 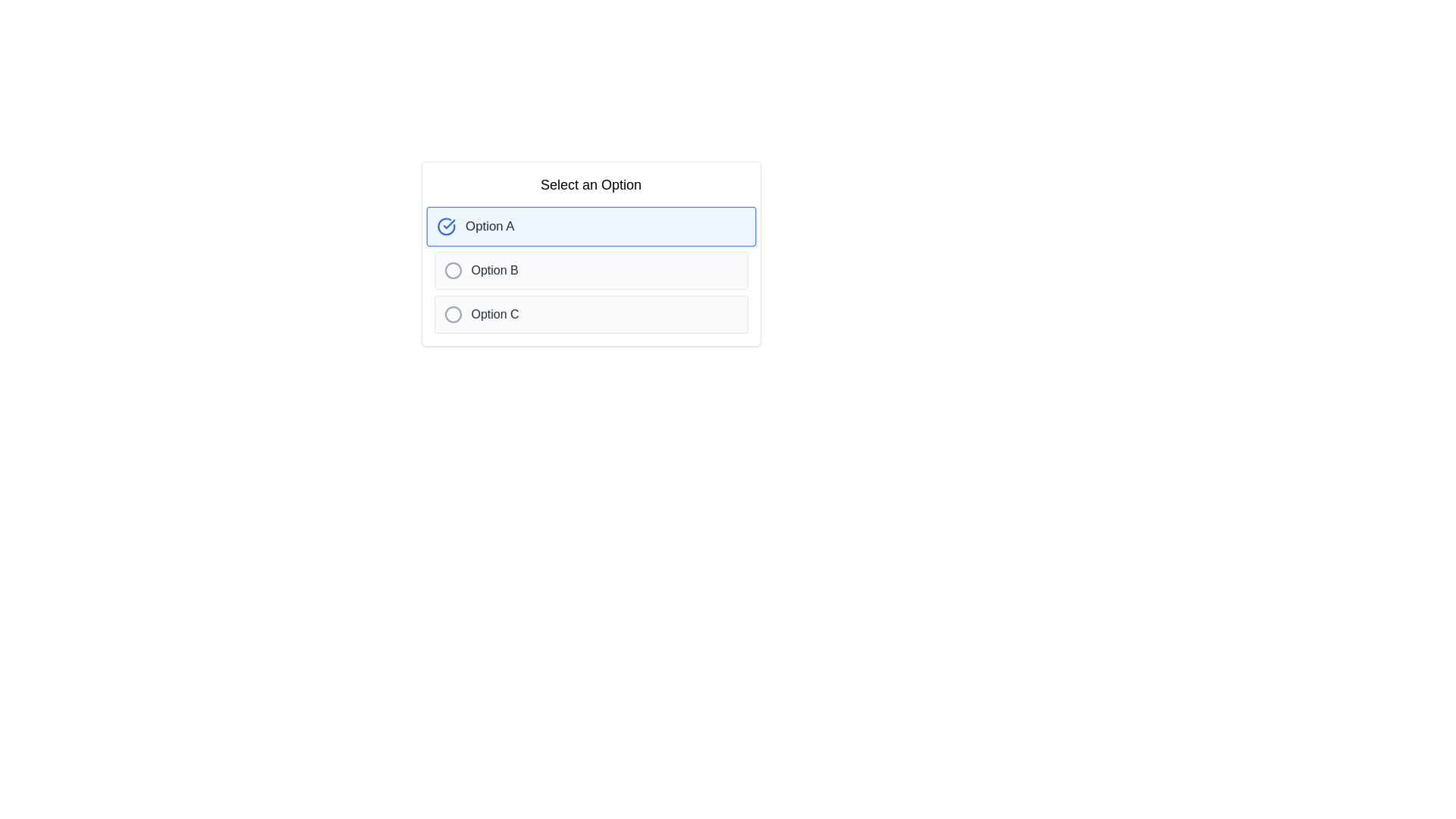 What do you see at coordinates (590, 270) in the screenshot?
I see `the 'Option B' radio button in the vertical list of options for visual feedback` at bounding box center [590, 270].